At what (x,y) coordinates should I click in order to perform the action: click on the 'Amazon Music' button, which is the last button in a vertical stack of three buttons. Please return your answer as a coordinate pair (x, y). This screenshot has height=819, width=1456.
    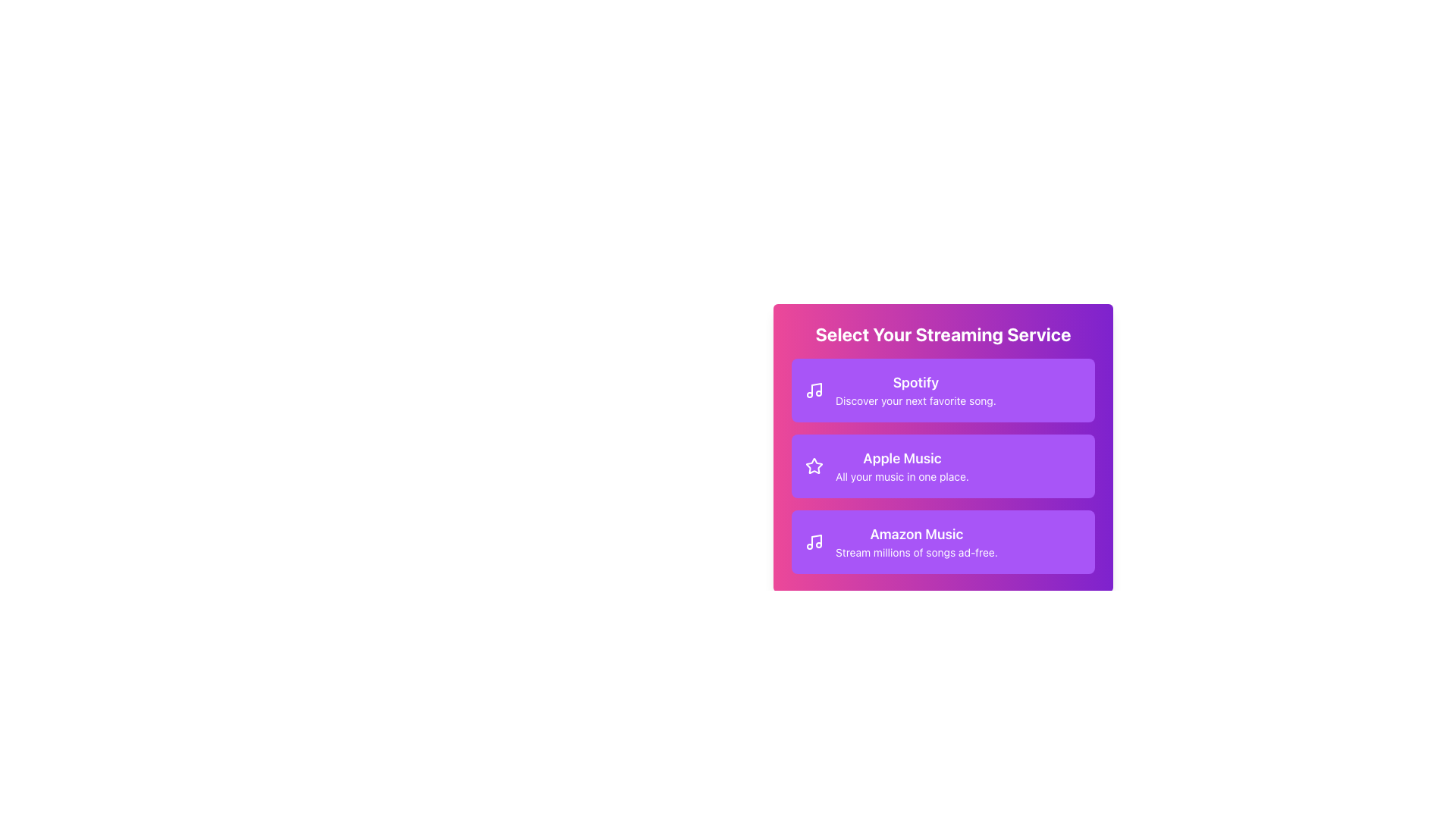
    Looking at the image, I should click on (942, 541).